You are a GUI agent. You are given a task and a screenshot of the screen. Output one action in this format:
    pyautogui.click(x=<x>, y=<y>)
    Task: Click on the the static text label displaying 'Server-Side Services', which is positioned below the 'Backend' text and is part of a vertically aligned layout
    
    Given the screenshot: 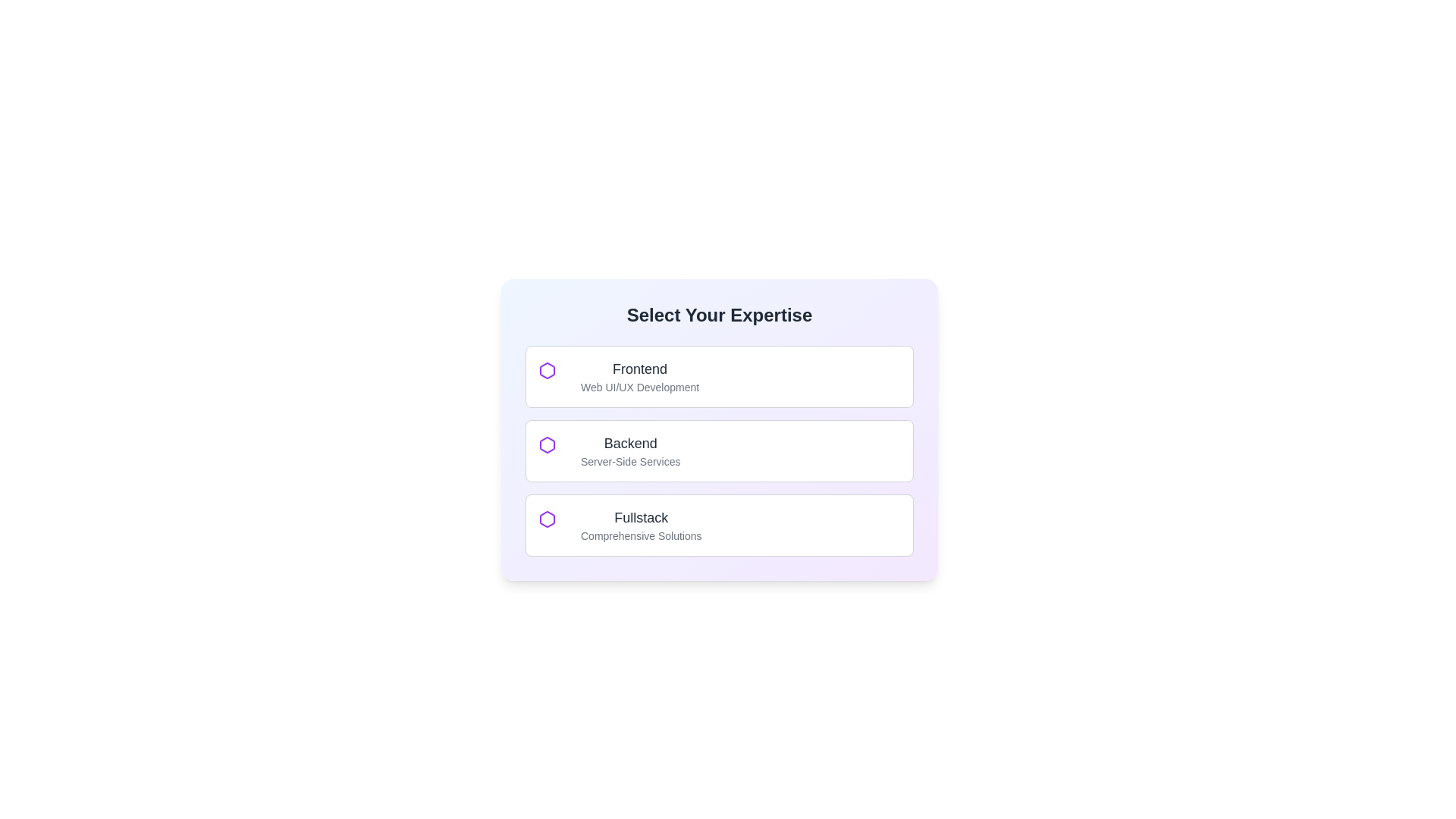 What is the action you would take?
    pyautogui.click(x=630, y=461)
    